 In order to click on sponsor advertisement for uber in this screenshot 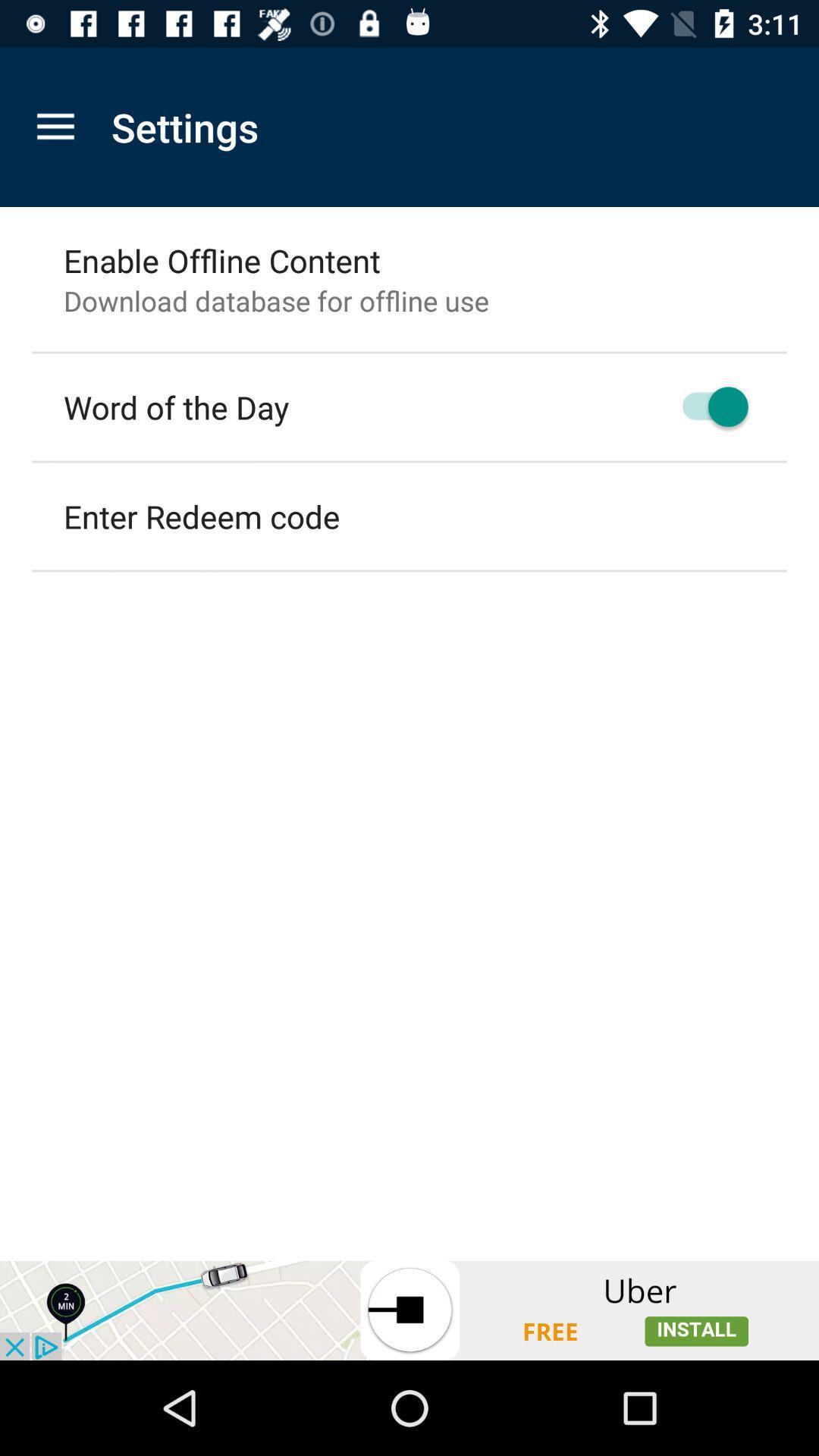, I will do `click(409, 1310)`.